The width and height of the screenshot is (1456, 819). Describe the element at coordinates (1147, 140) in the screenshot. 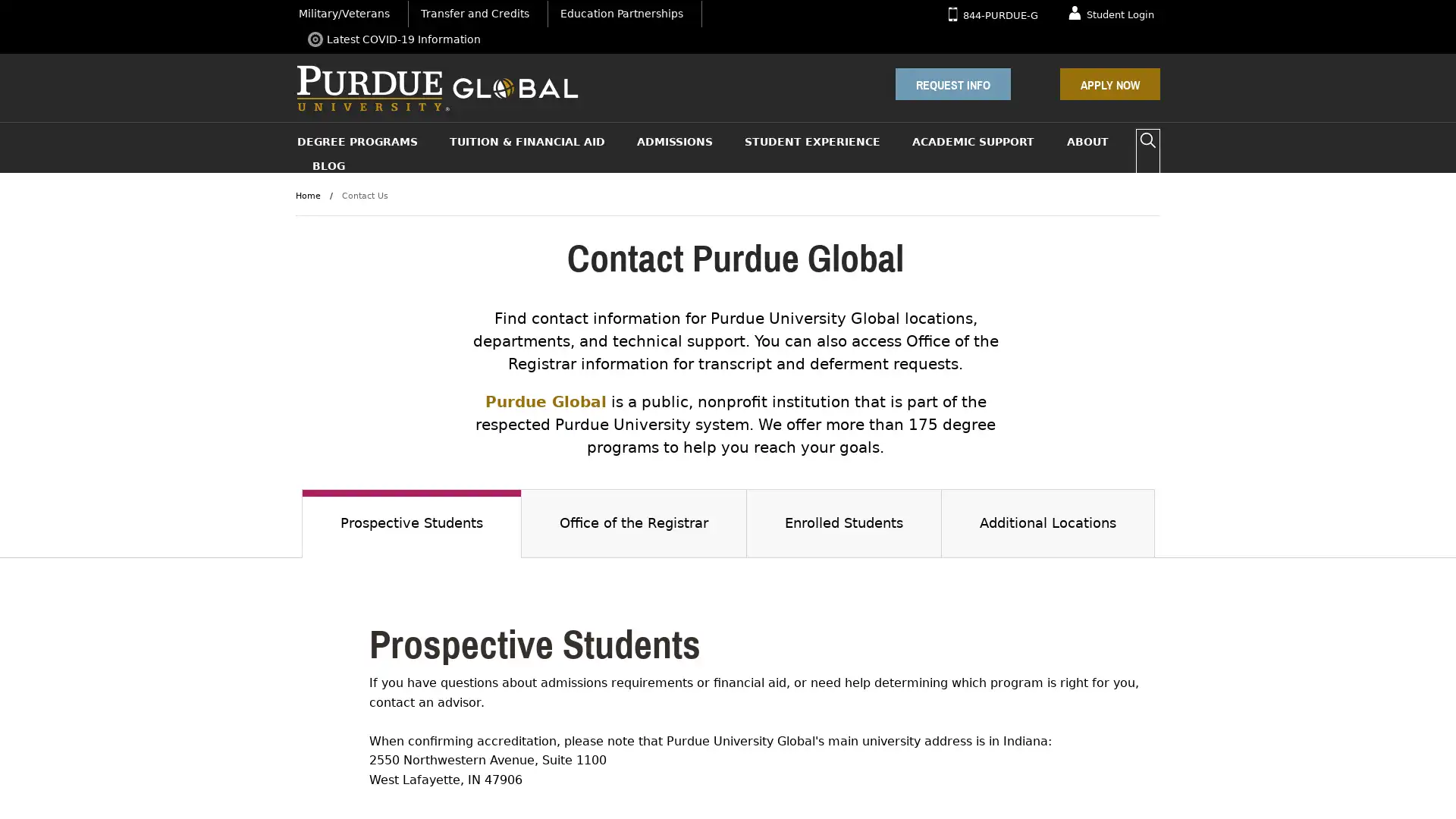

I see `Search` at that location.